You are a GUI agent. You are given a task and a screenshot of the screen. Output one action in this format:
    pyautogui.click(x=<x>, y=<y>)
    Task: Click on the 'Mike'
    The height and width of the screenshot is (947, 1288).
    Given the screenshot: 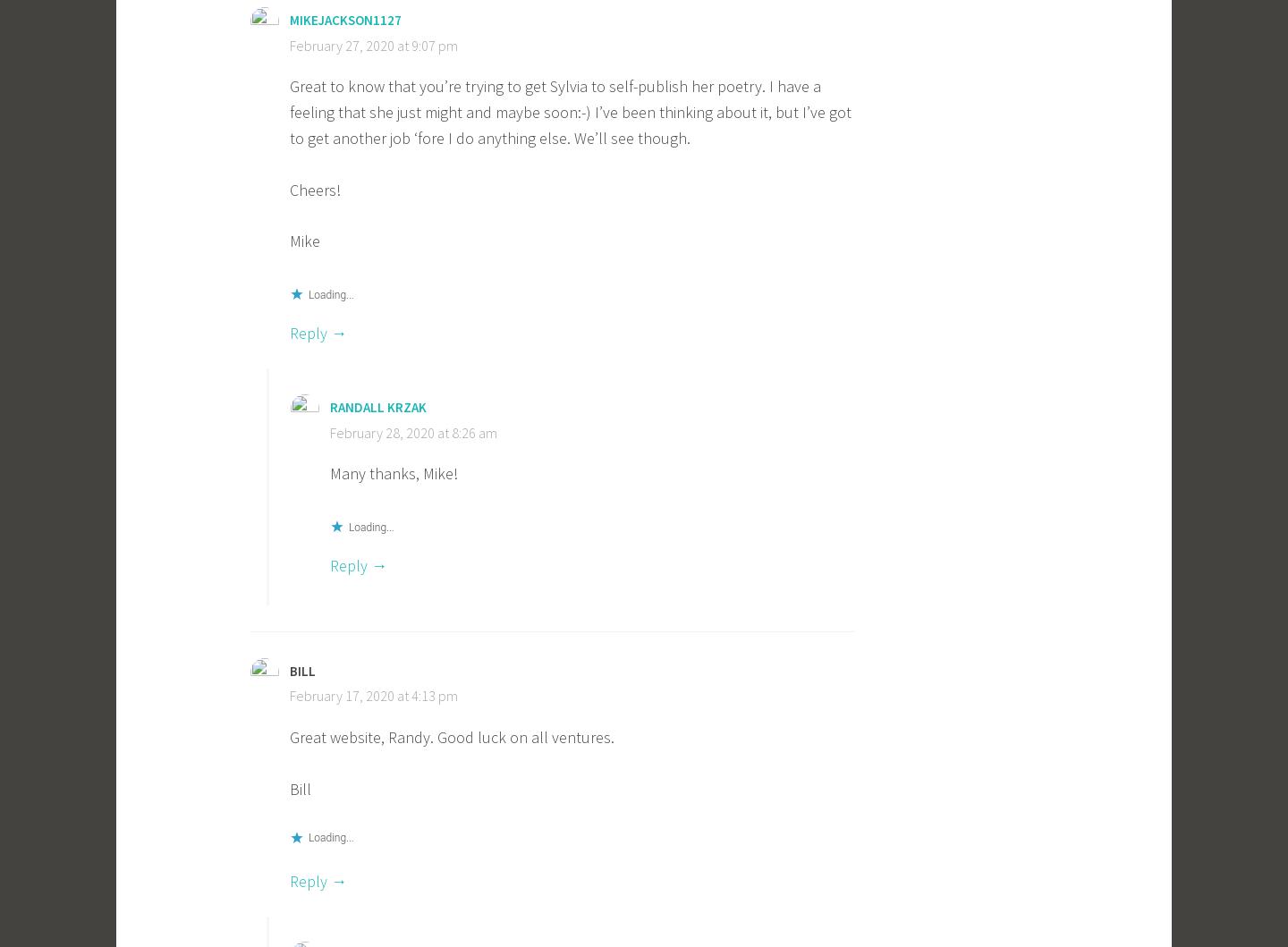 What is the action you would take?
    pyautogui.click(x=304, y=241)
    